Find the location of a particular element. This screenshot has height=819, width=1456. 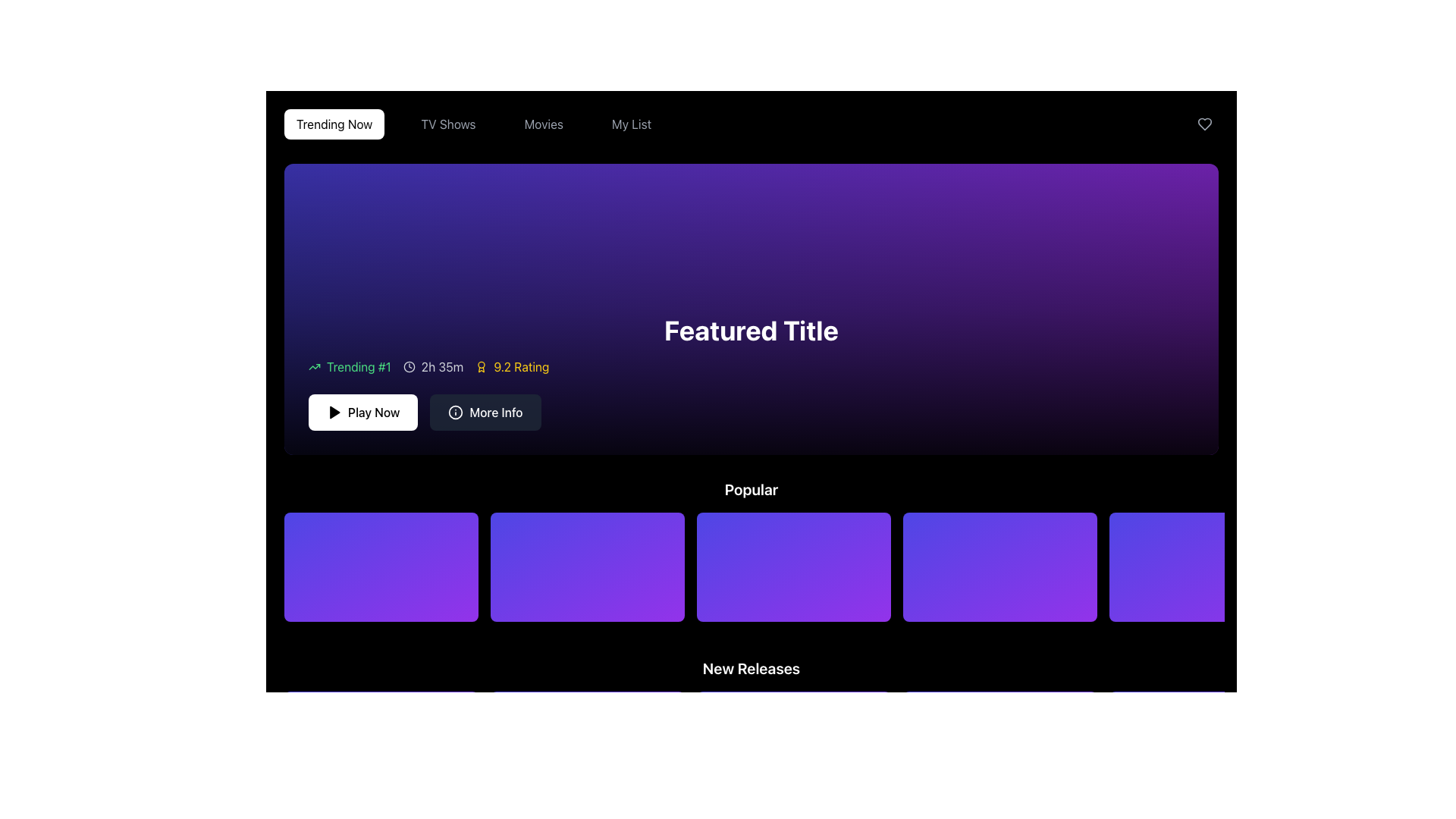

the 'New Releases' header text, which is styled in bold white font against a dark background, to trigger possible tooltips is located at coordinates (751, 668).